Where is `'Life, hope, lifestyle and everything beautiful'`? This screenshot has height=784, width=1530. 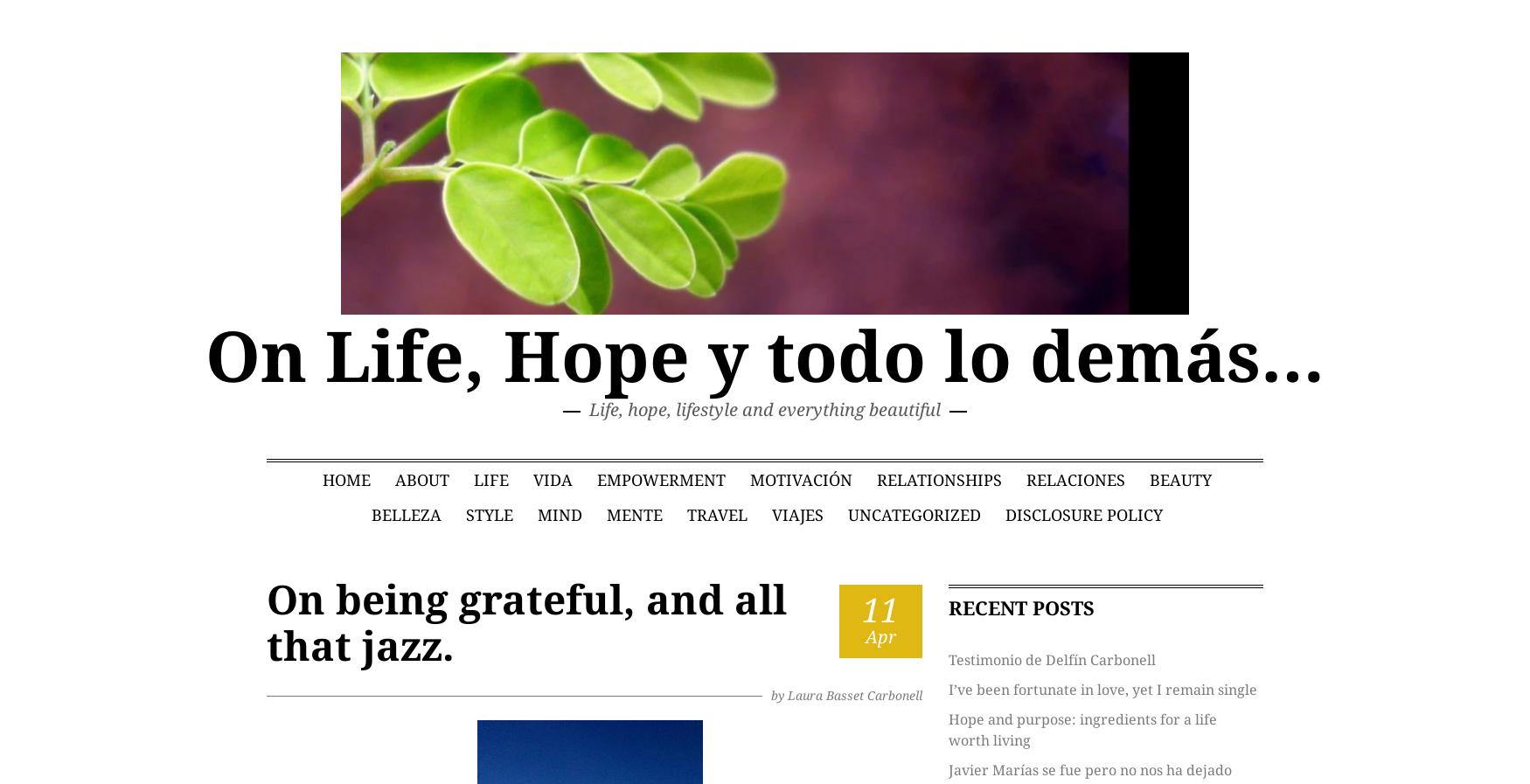
'Life, hope, lifestyle and everything beautiful' is located at coordinates (765, 409).